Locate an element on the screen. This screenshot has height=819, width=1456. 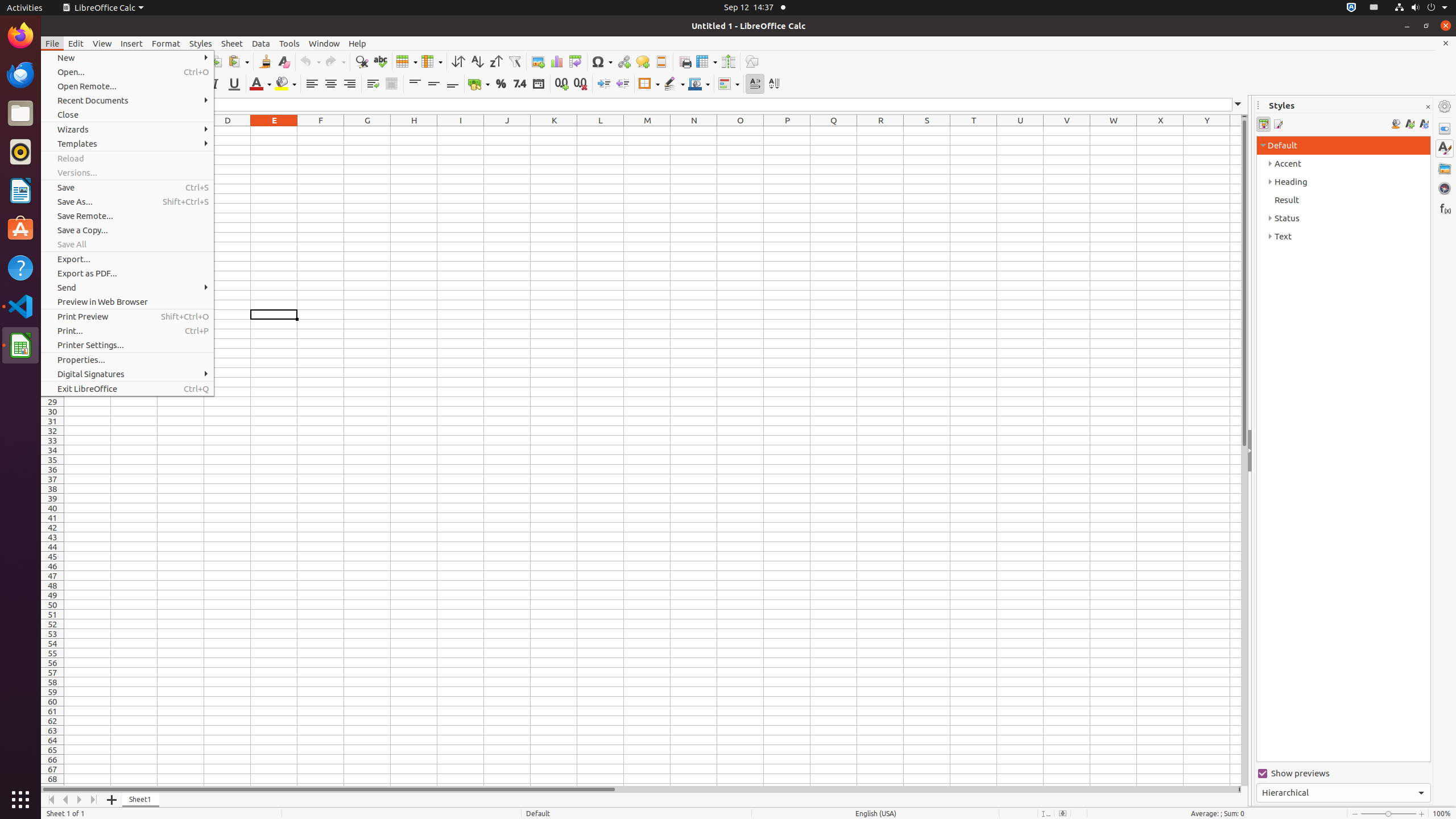
'Close' is located at coordinates (127, 114).